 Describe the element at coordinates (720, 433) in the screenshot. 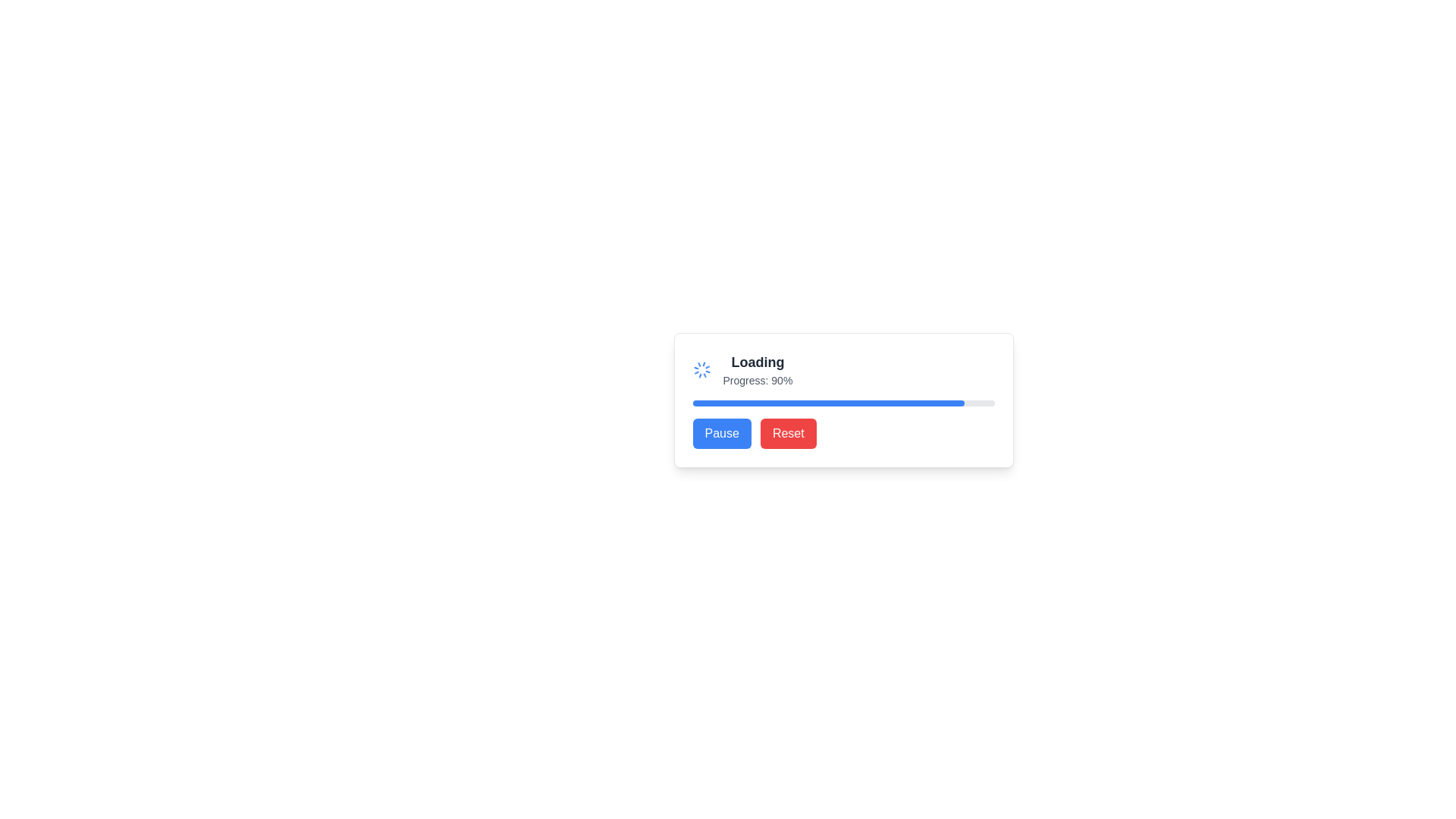

I see `the 'Pause' button, which is a rectangular button with rounded corners, a blue background, and white text, located on the left side of the interface` at that location.